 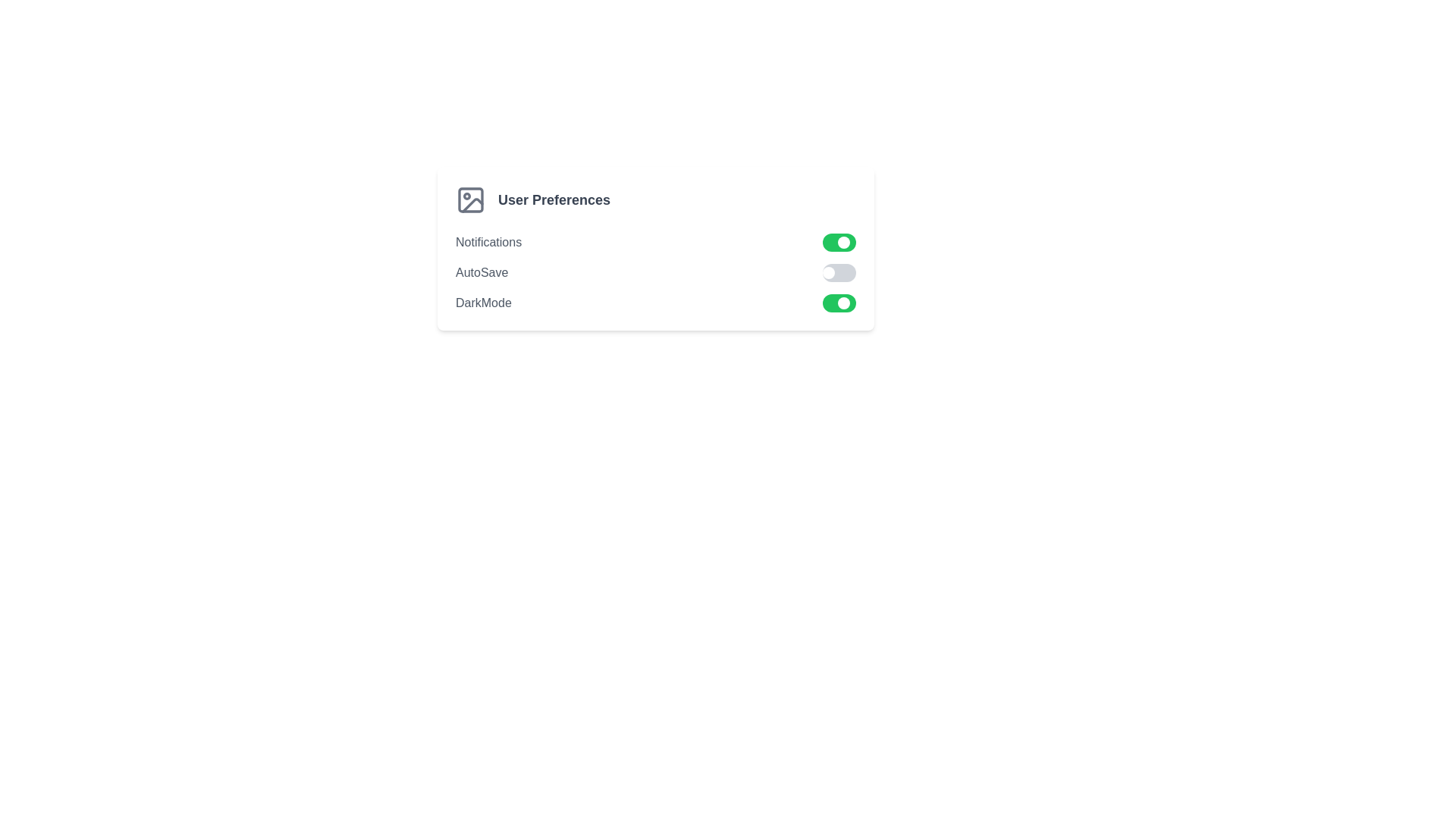 What do you see at coordinates (839, 271) in the screenshot?
I see `the Toggle Switch element that is styled with a gray background and a white circular toggle button, indicating the 'off' state, positioned next to the 'AutoSave' label` at bounding box center [839, 271].